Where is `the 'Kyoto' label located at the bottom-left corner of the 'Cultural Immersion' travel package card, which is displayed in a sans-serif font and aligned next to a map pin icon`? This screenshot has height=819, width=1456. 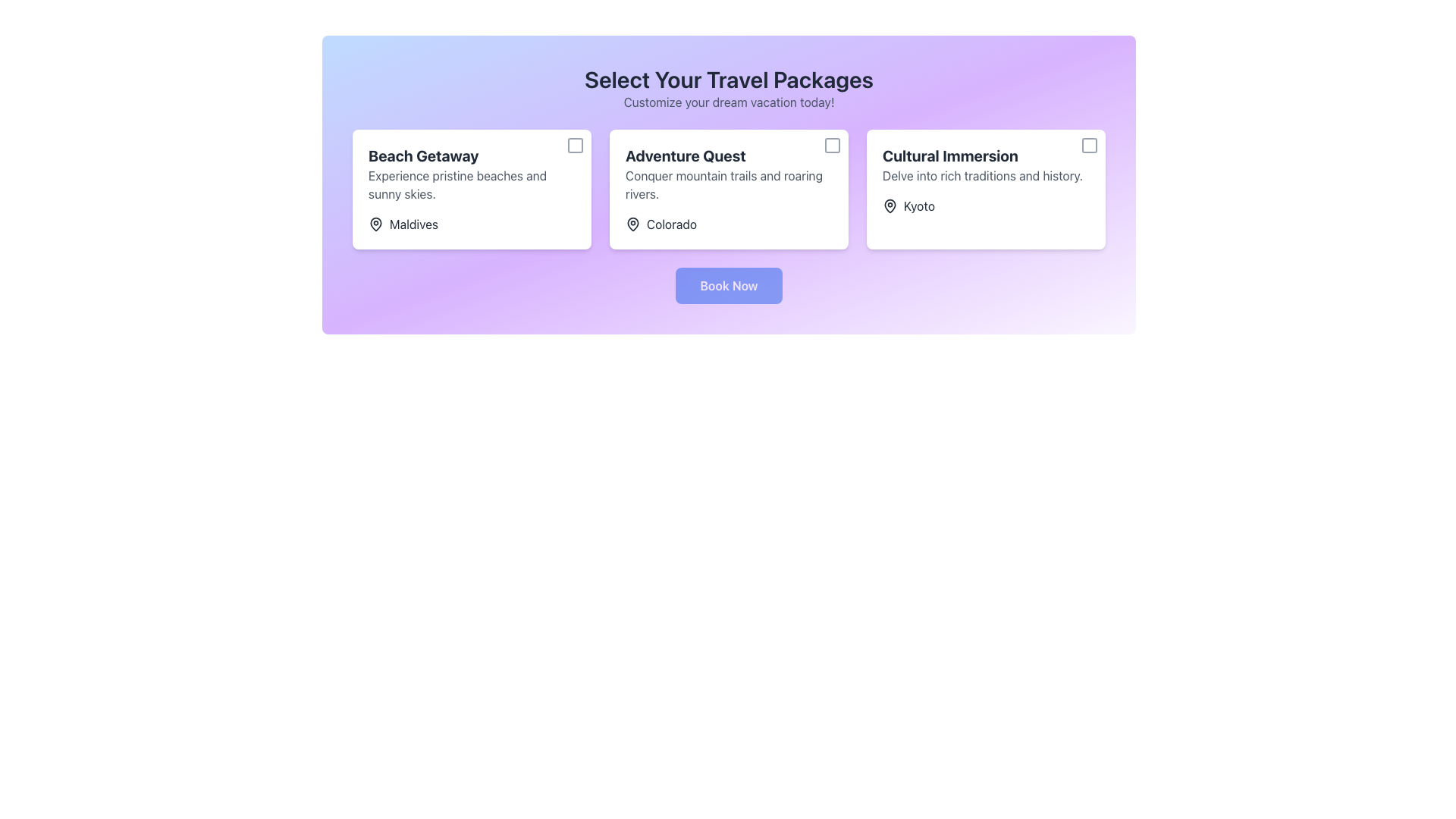 the 'Kyoto' label located at the bottom-left corner of the 'Cultural Immersion' travel package card, which is displayed in a sans-serif font and aligned next to a map pin icon is located at coordinates (918, 206).